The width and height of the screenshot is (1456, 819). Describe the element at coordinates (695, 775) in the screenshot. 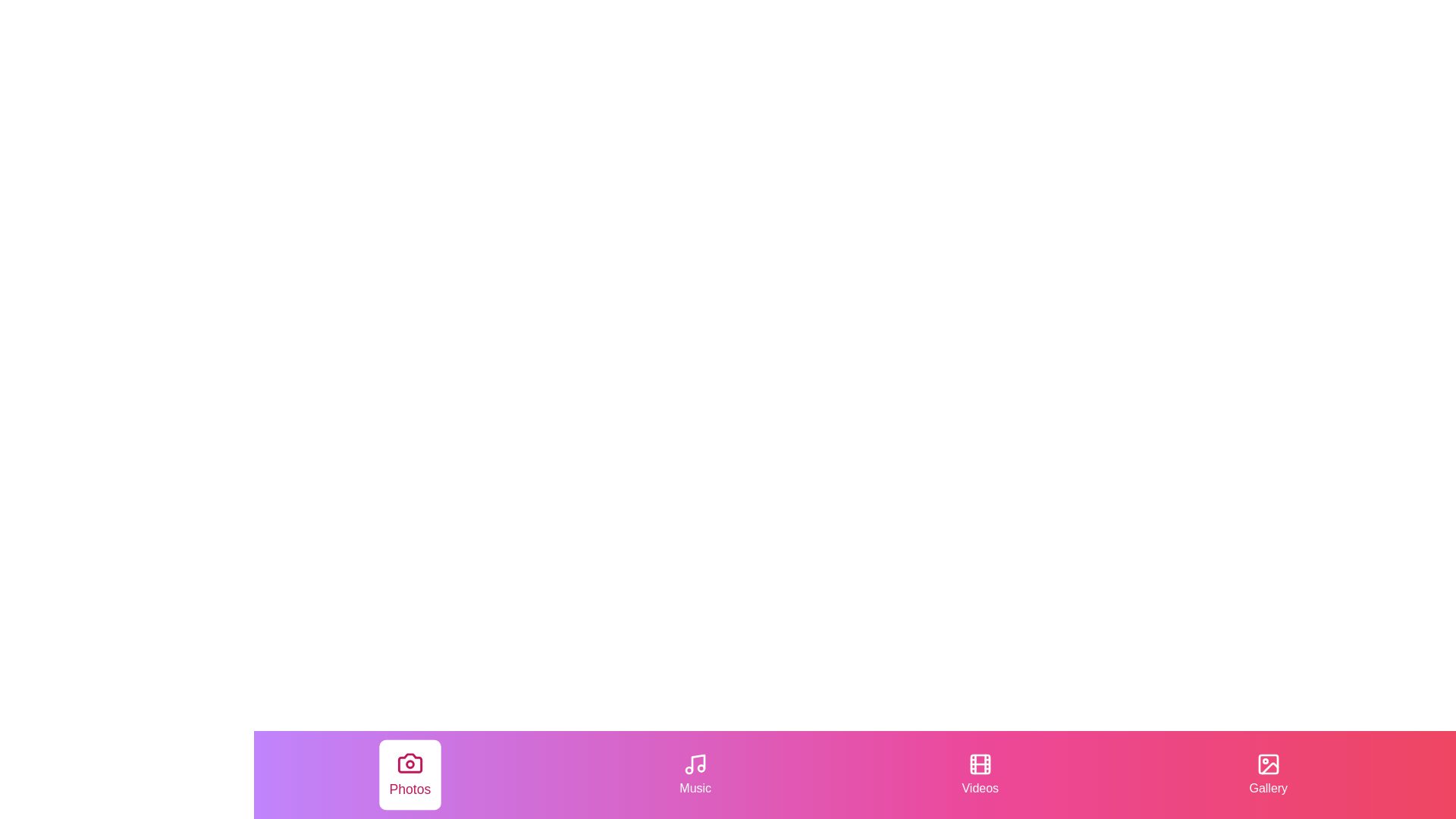

I see `the Music tab to observe its hover effect` at that location.